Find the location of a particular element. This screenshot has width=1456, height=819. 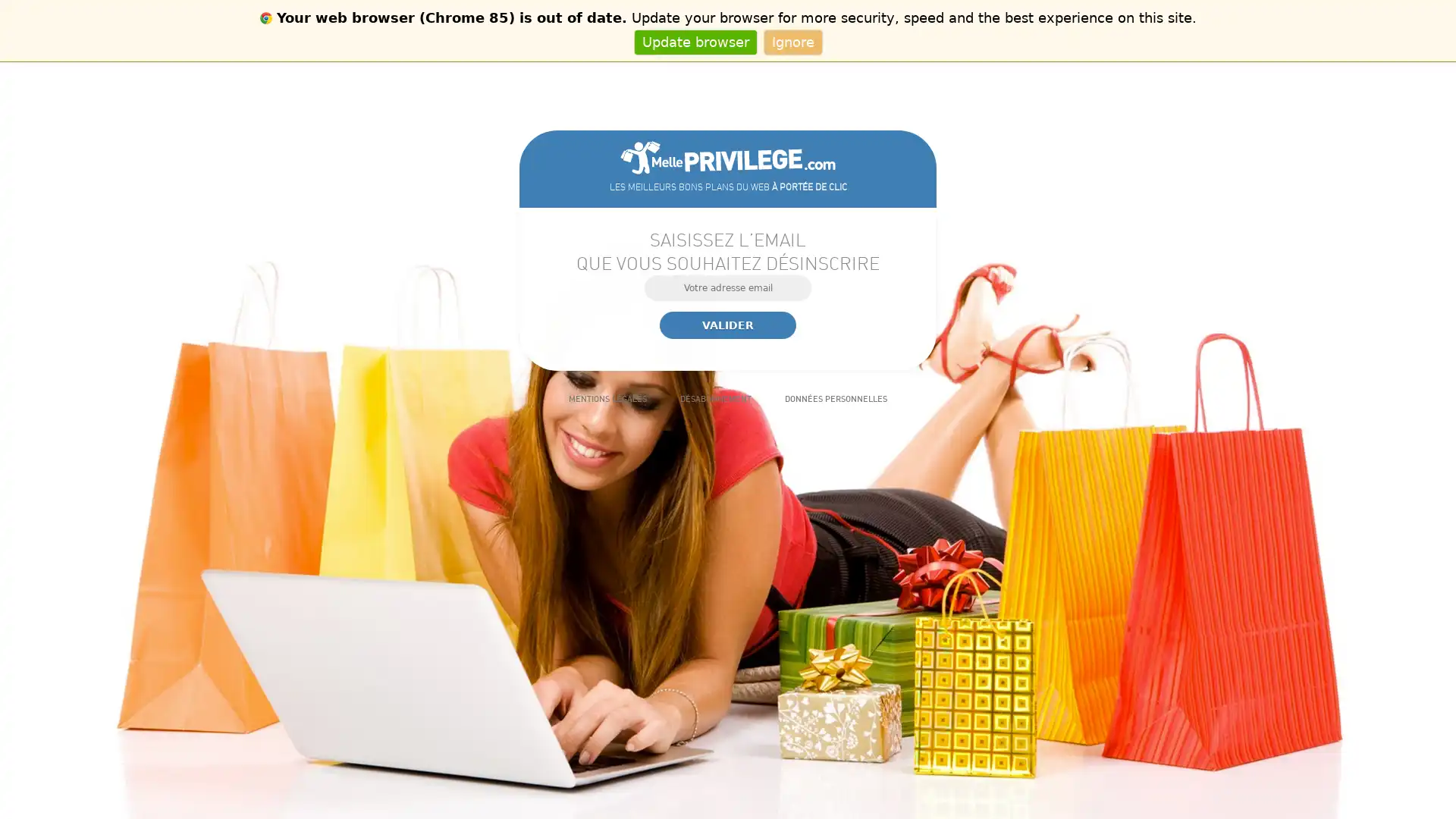

Valider is located at coordinates (728, 324).